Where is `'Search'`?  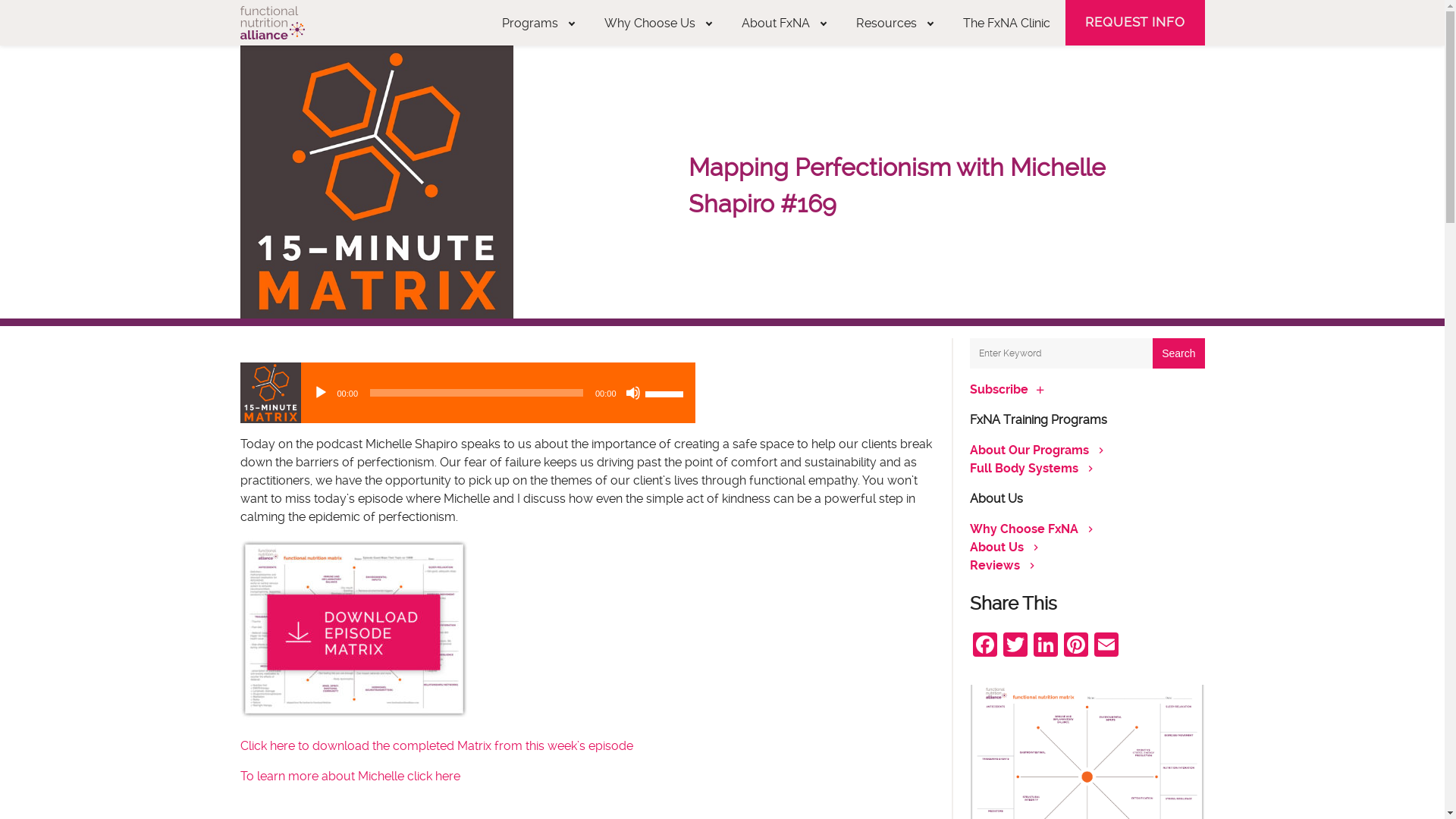
'Search' is located at coordinates (1153, 353).